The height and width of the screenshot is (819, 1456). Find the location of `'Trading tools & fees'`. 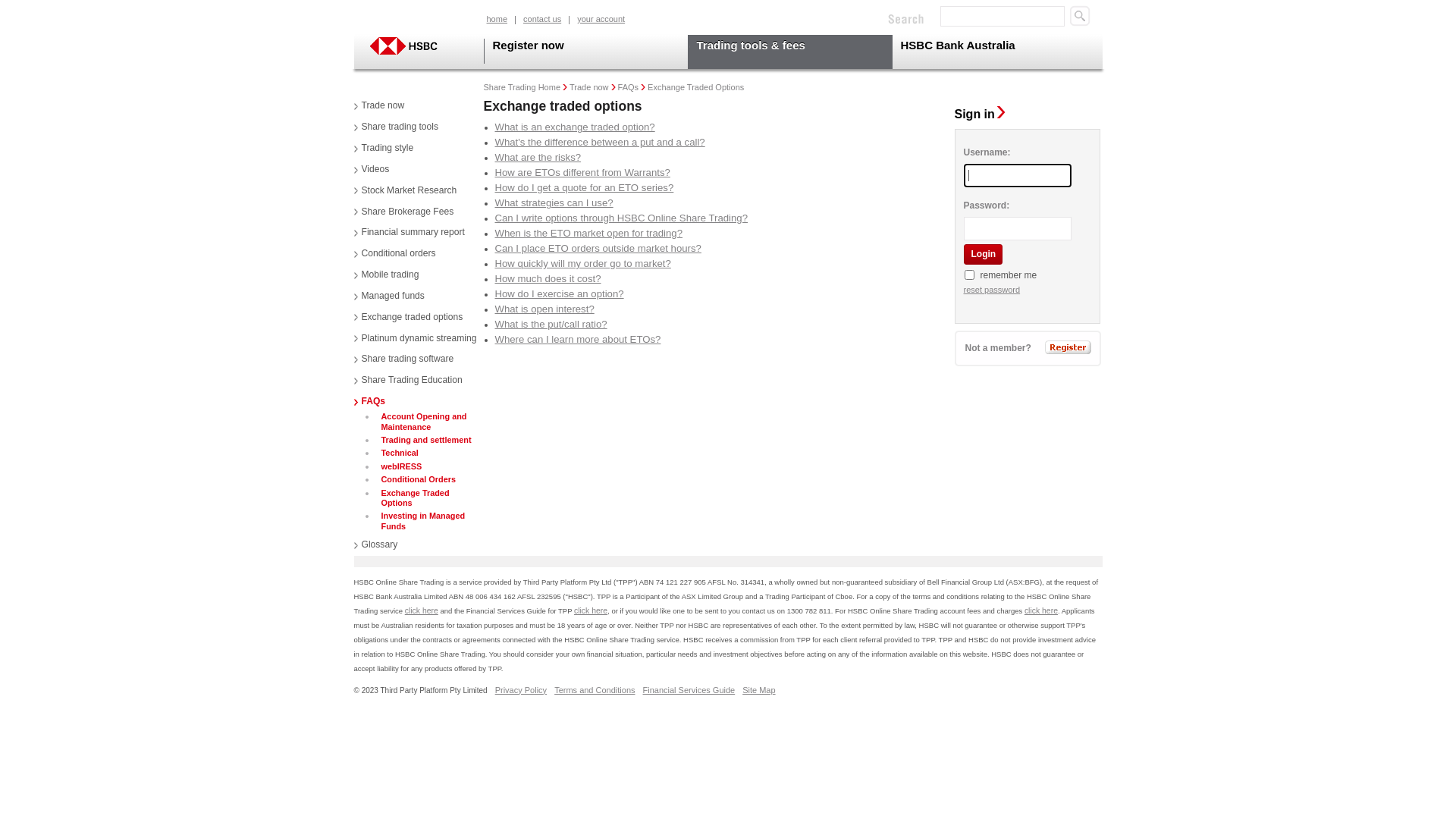

'Trading tools & fees' is located at coordinates (789, 51).